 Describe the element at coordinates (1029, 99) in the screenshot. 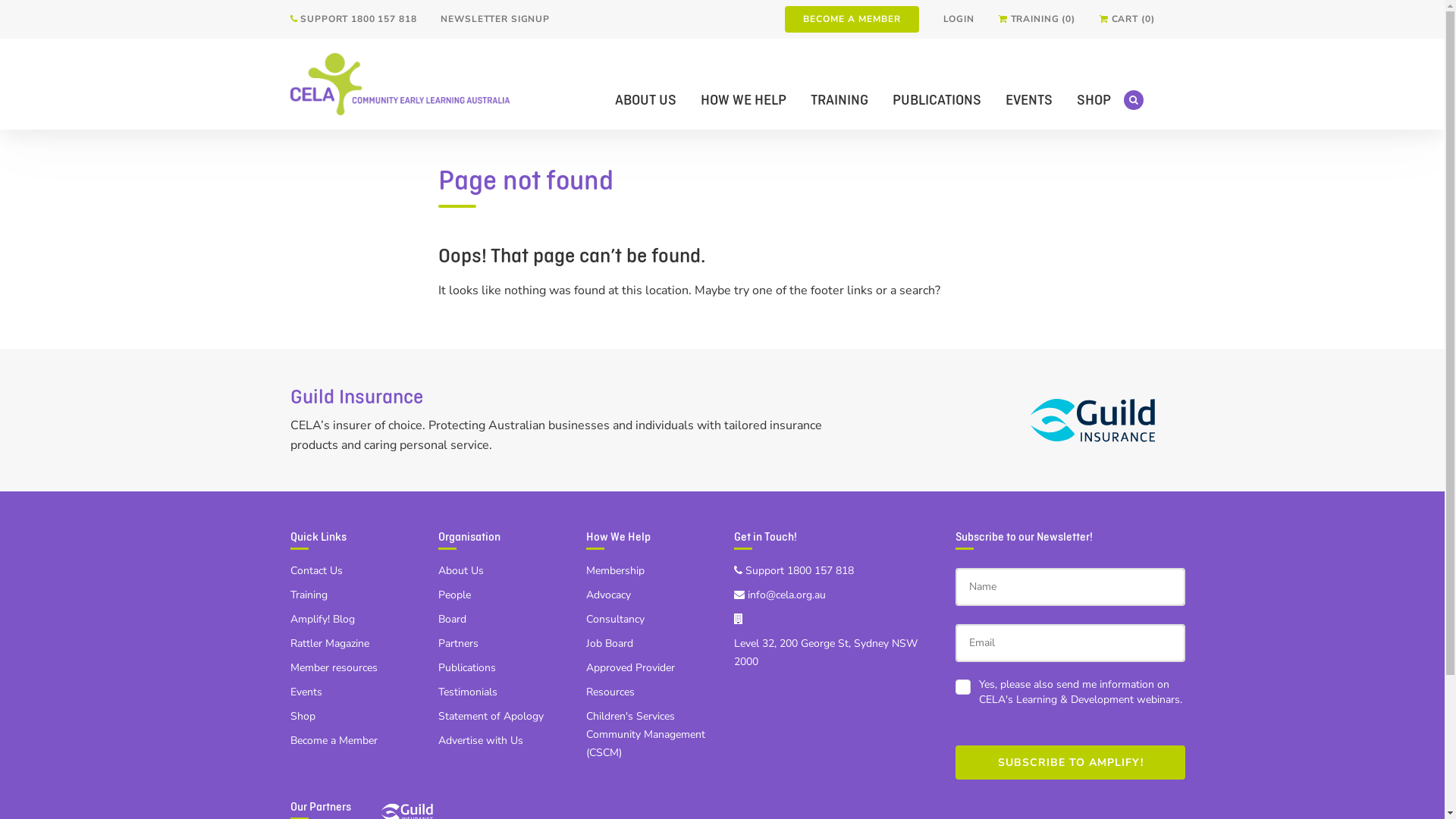

I see `'EVENTS'` at that location.